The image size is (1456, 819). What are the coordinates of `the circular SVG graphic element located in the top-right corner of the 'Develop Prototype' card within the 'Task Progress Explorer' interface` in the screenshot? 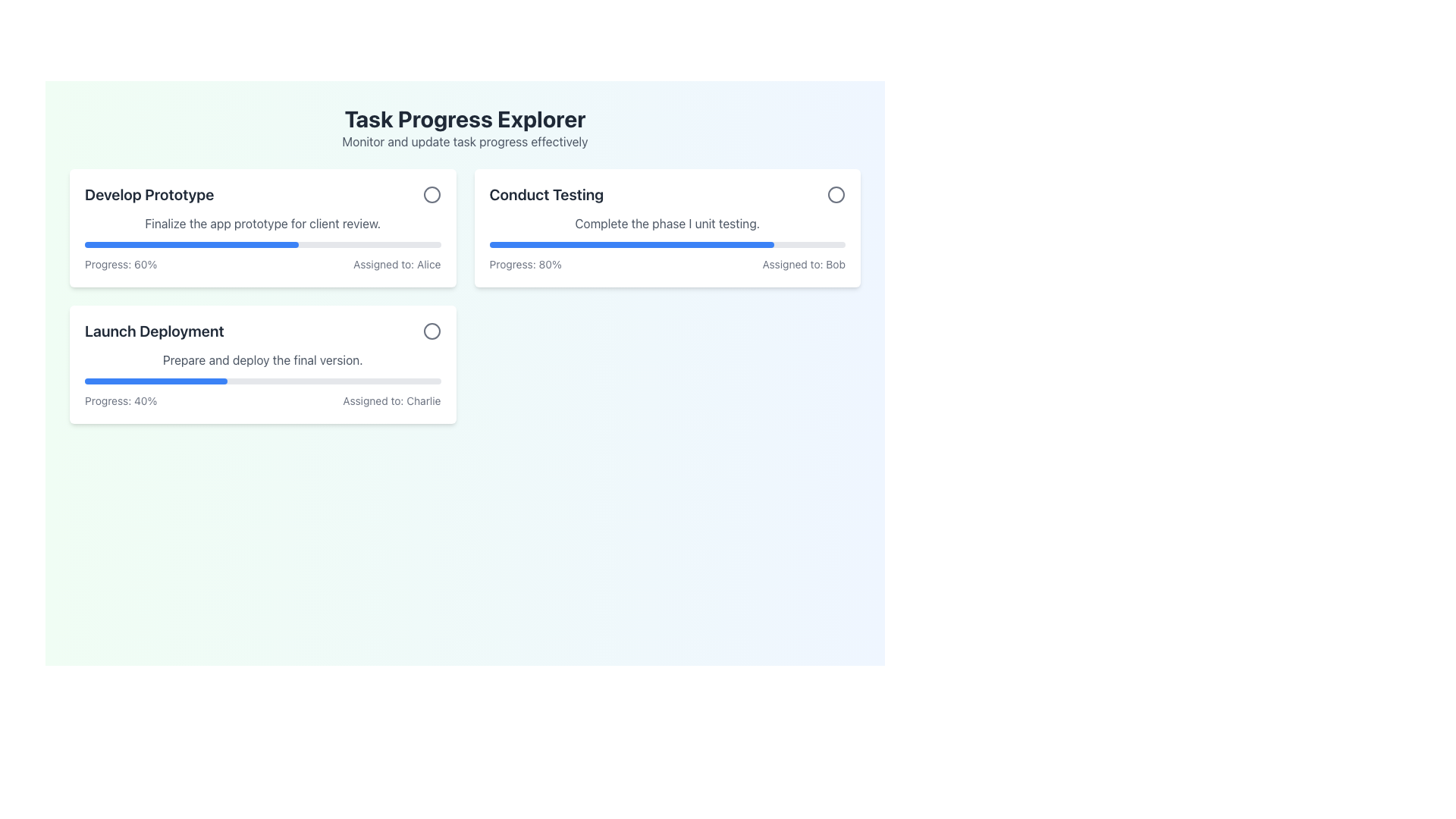 It's located at (431, 194).